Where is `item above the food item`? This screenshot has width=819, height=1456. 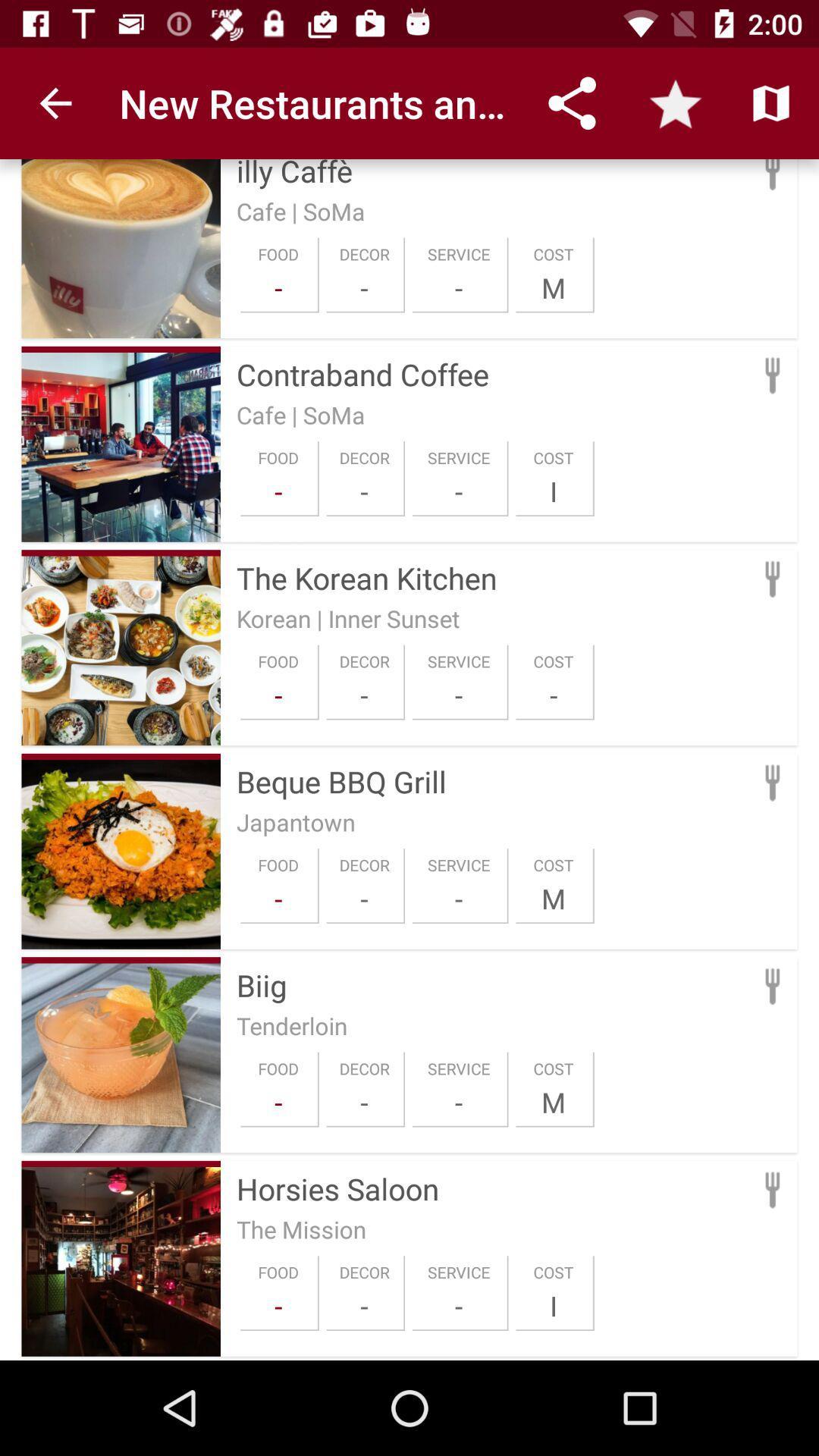
item above the food item is located at coordinates (296, 821).